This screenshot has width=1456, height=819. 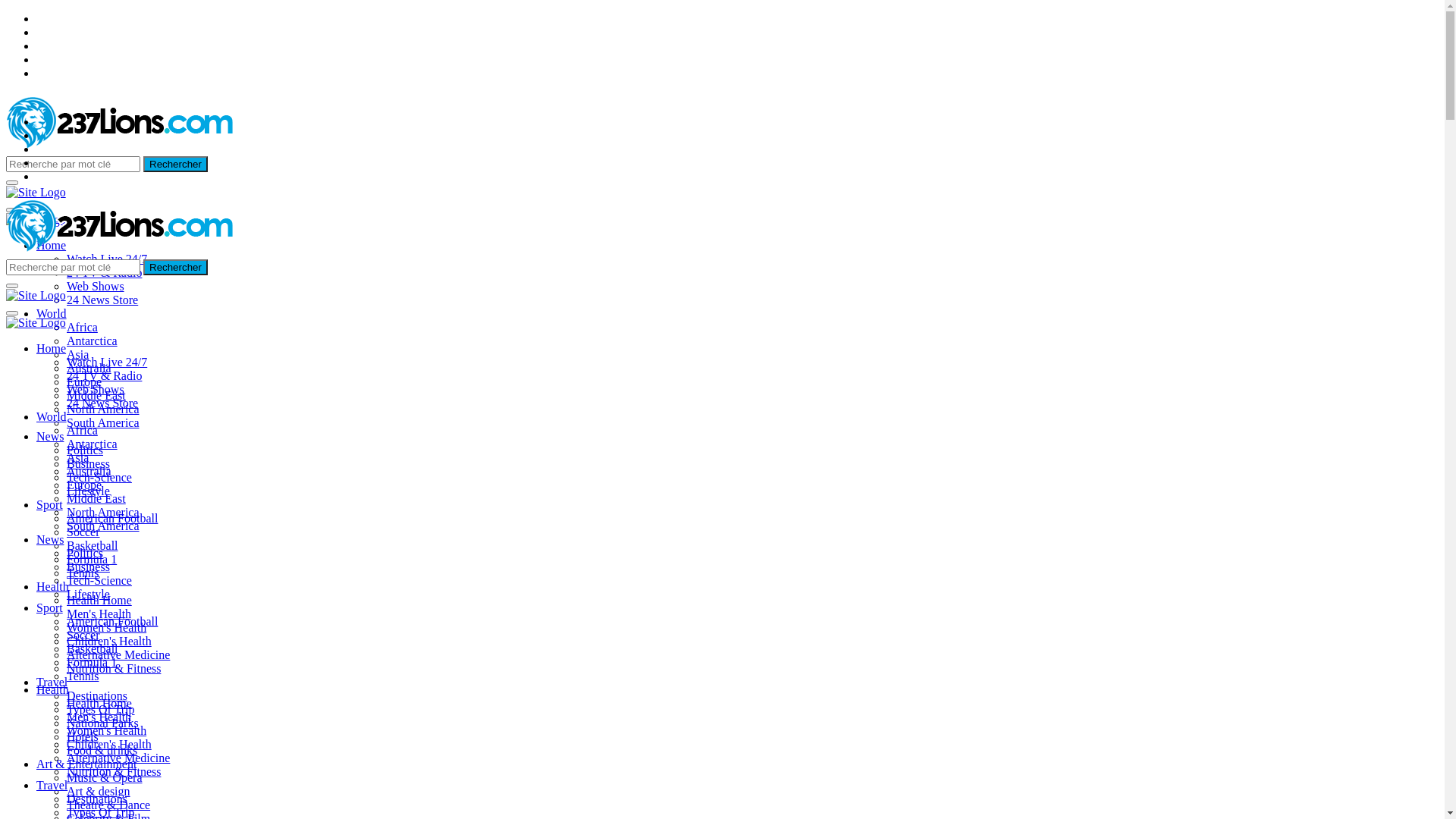 What do you see at coordinates (91, 648) in the screenshot?
I see `'Basketball'` at bounding box center [91, 648].